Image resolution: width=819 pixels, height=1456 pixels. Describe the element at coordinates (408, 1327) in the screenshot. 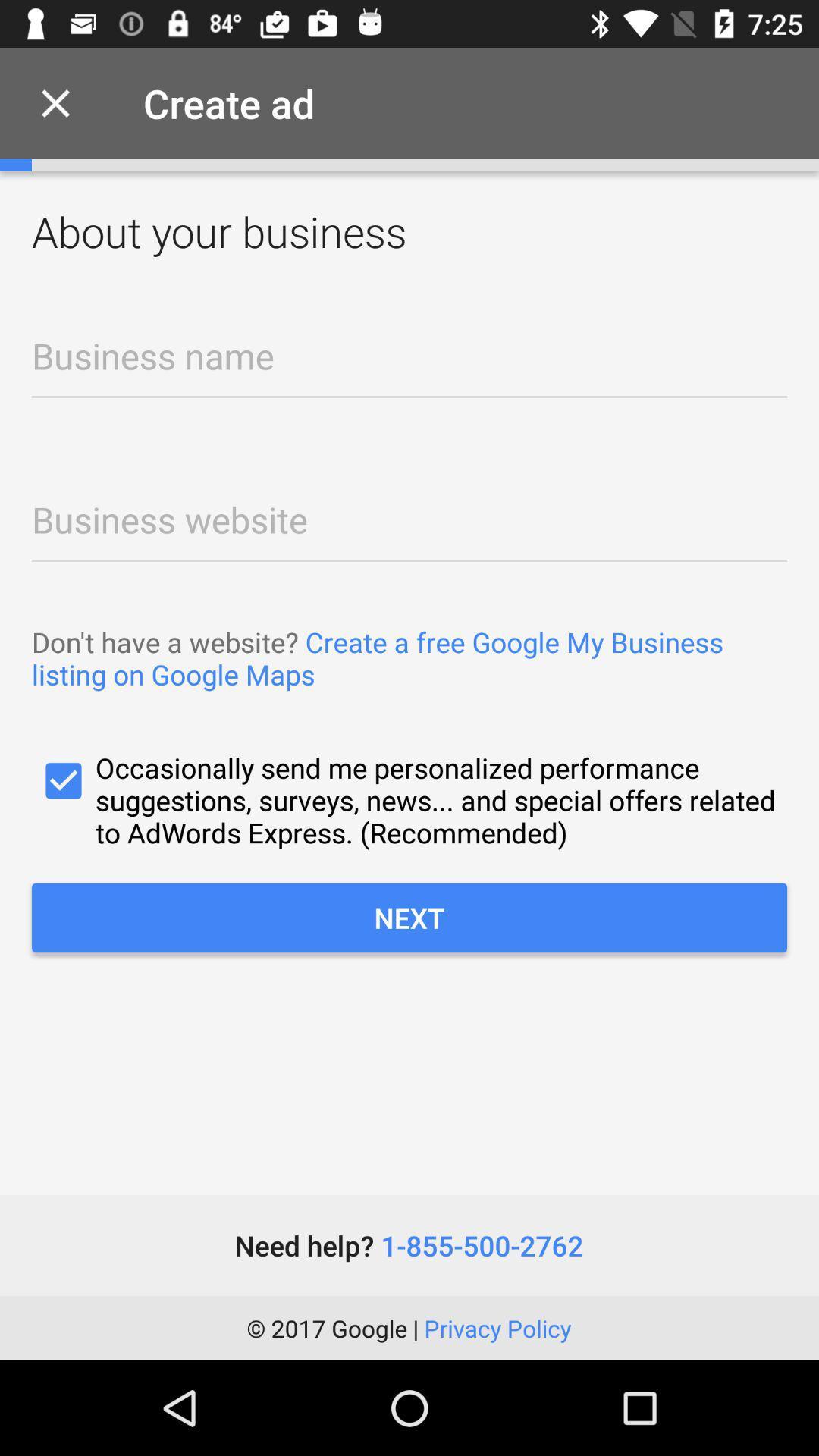

I see `icon below need help 1 item` at that location.